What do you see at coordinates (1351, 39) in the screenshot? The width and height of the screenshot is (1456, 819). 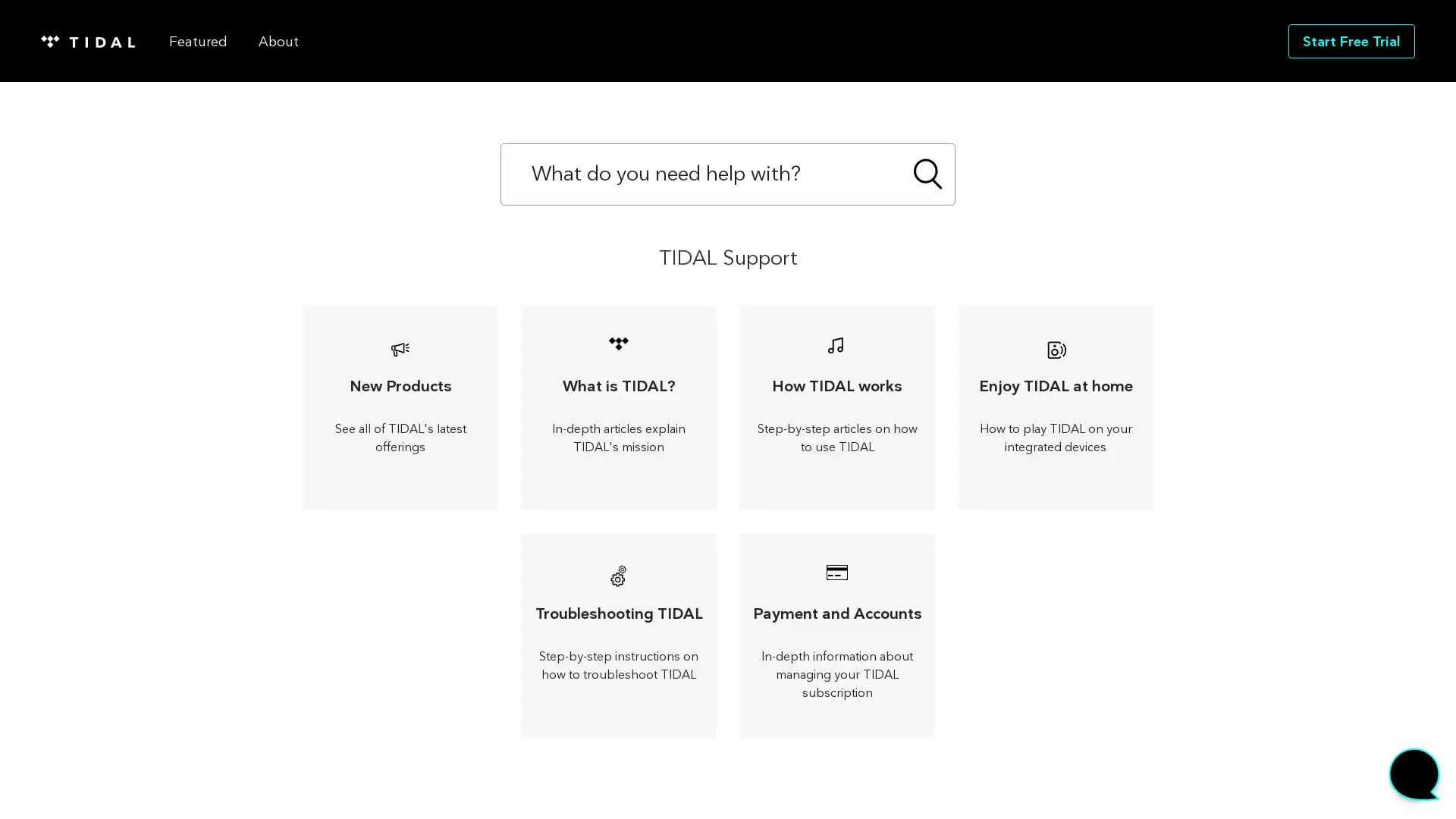 I see `Start Free Trial` at bounding box center [1351, 39].